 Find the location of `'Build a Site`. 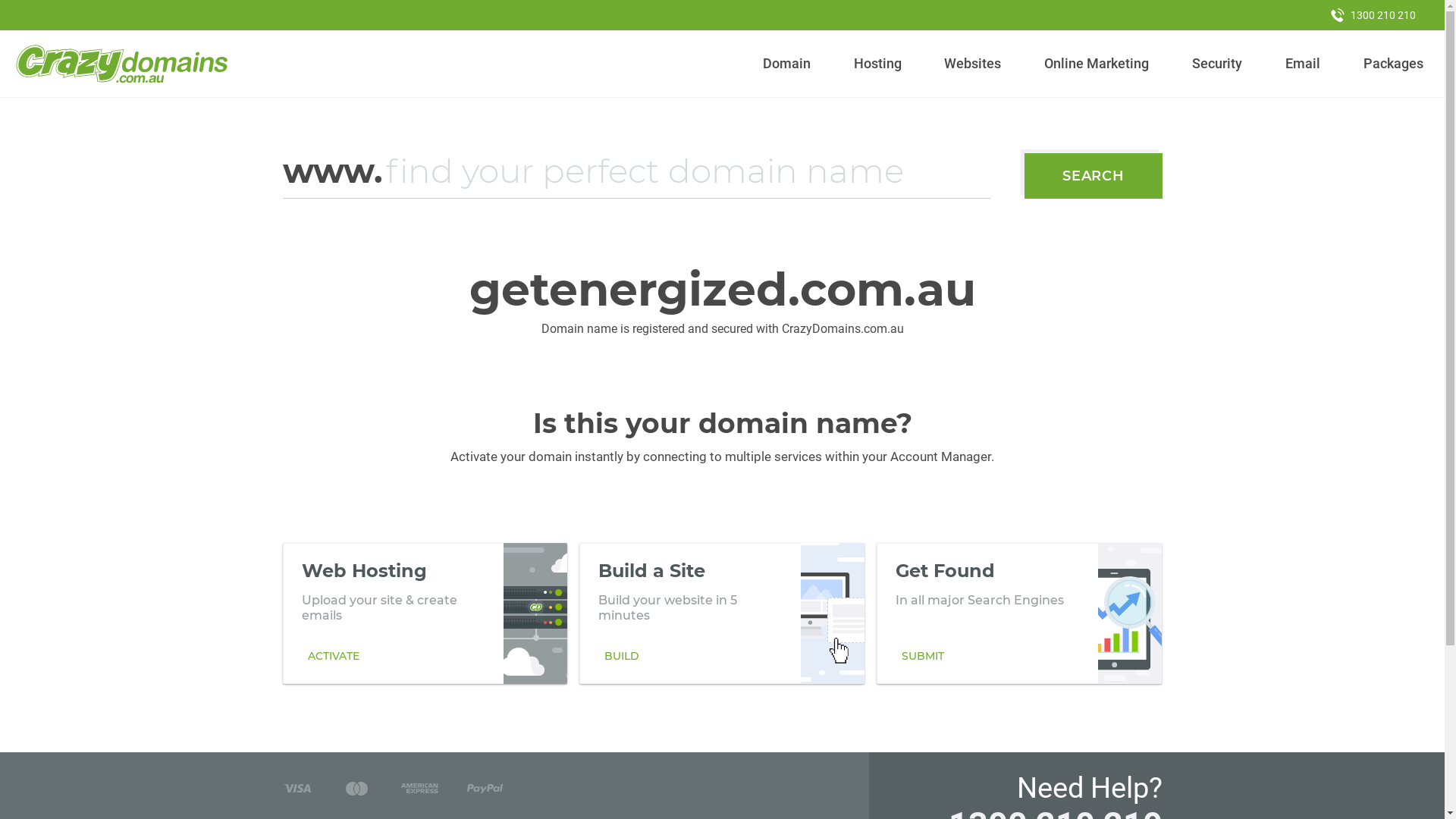

'Build a Site is located at coordinates (720, 613).